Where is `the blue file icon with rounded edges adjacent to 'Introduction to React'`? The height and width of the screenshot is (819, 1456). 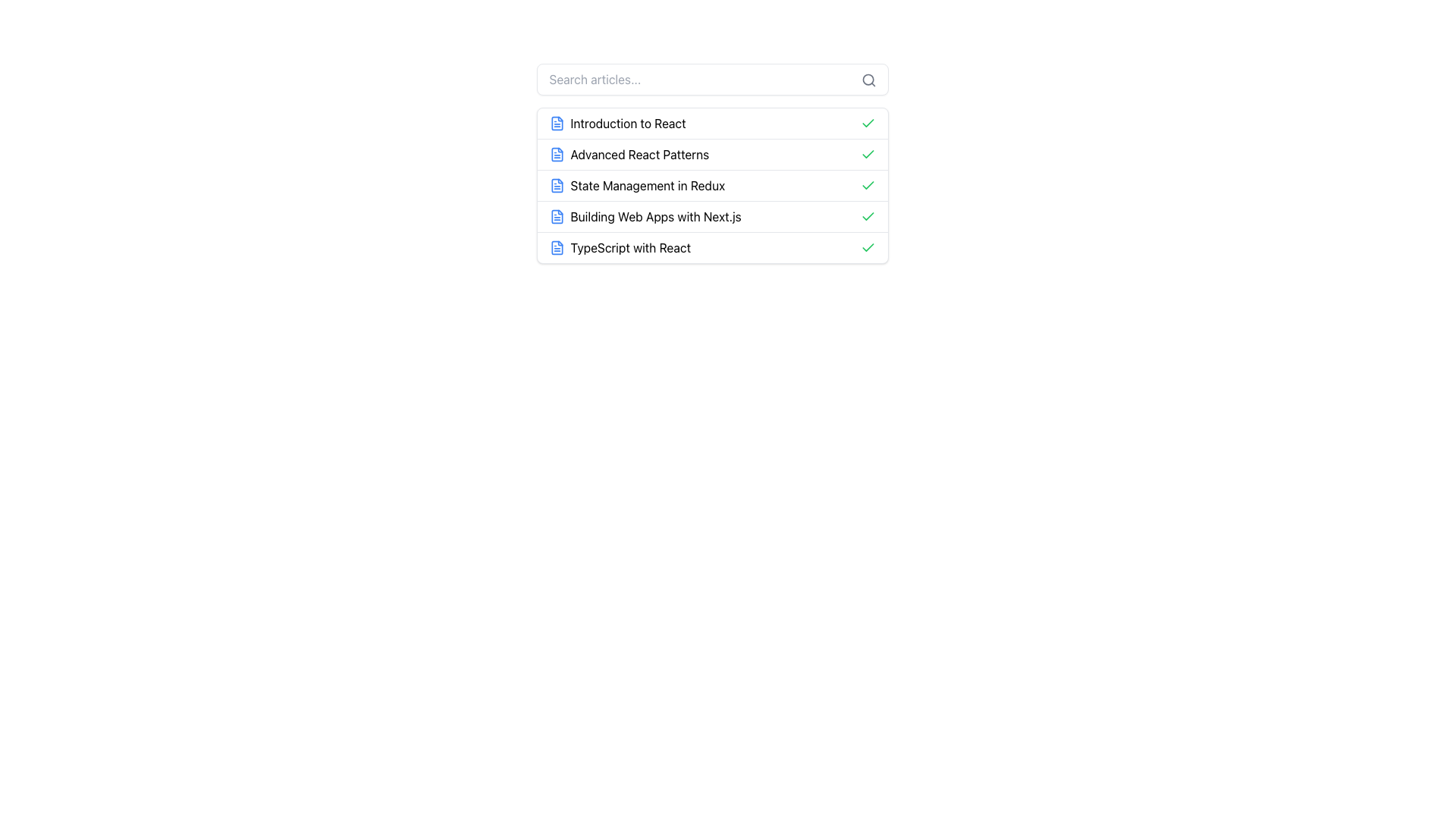 the blue file icon with rounded edges adjacent to 'Introduction to React' is located at coordinates (556, 122).